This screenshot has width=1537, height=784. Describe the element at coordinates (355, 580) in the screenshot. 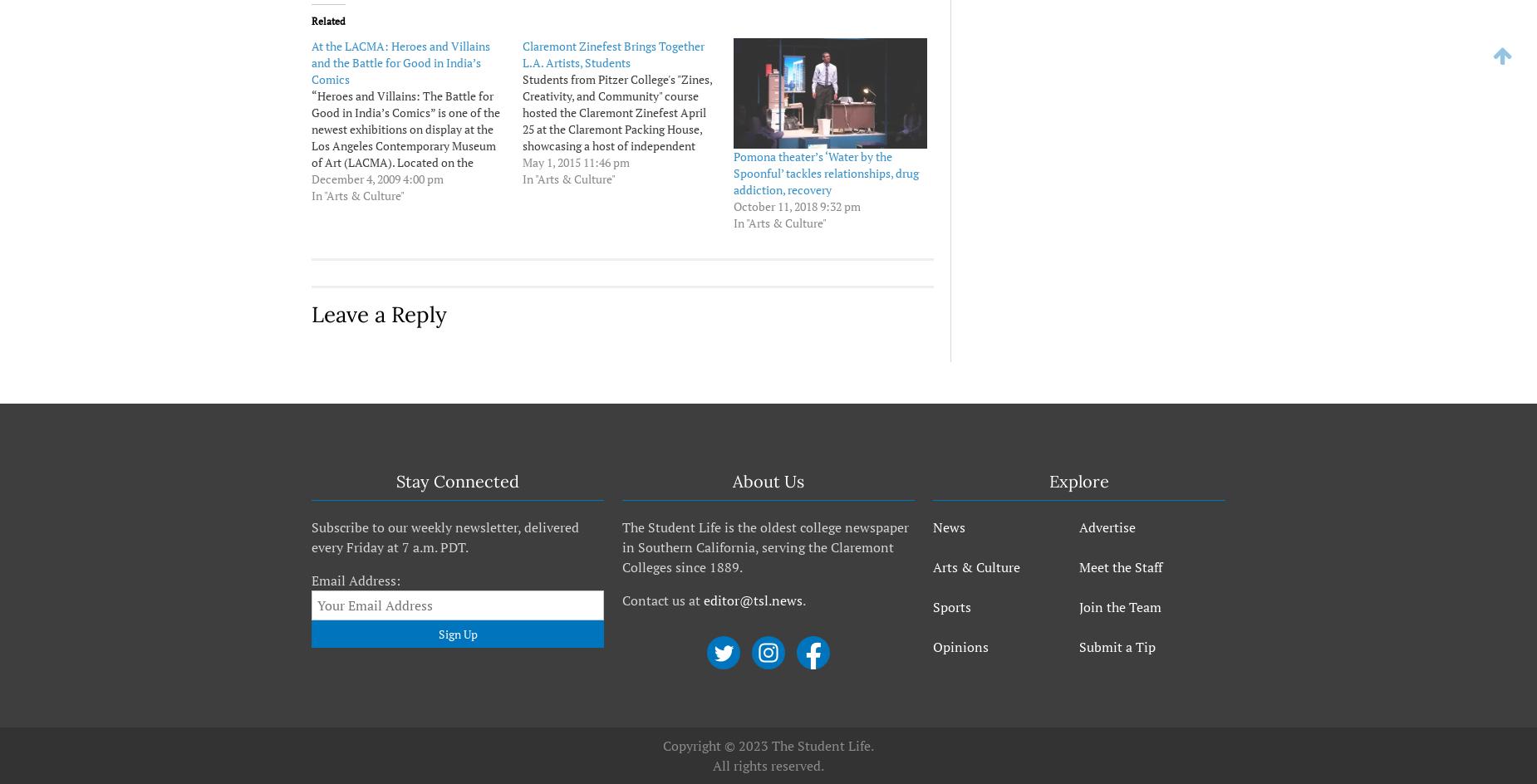

I see `'Email Address:'` at that location.